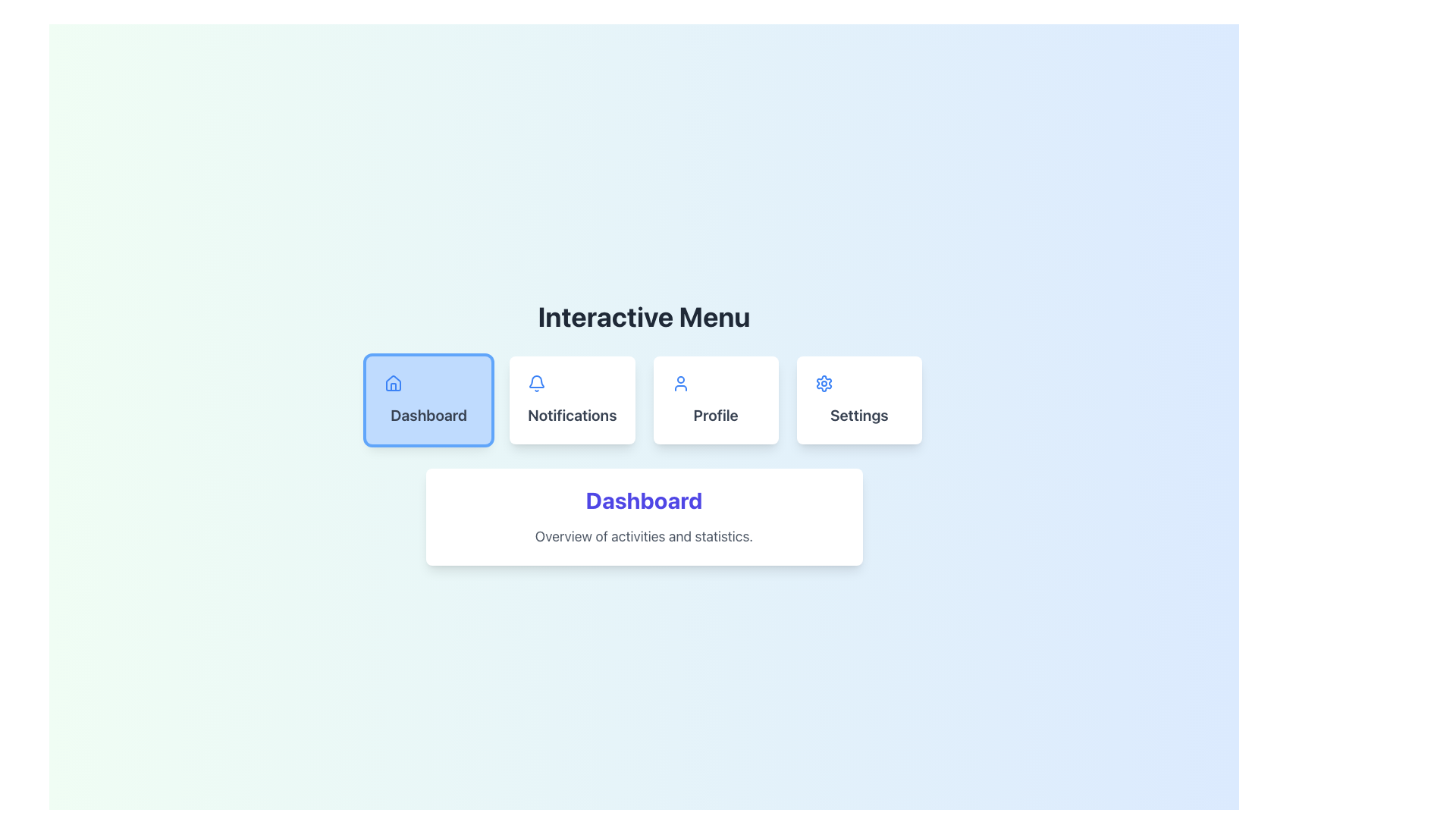 This screenshot has height=819, width=1456. Describe the element at coordinates (537, 382) in the screenshot. I see `the Notifications icon, which serves as a visual indicator for the notifications section in the interactive menu` at that location.